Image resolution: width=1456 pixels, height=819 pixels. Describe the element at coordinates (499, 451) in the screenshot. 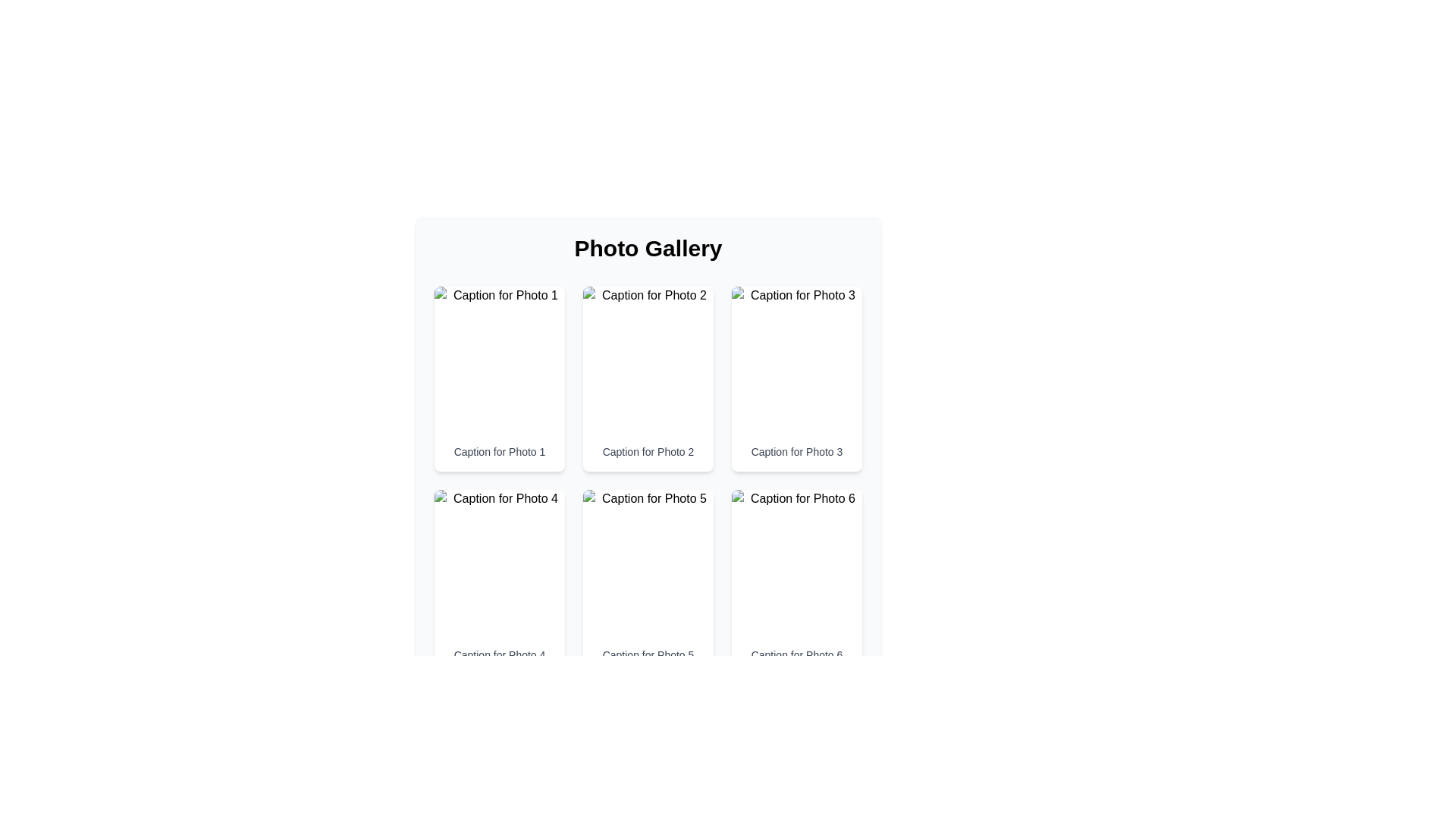

I see `text label that provides a description for the photo located above it in the first row of the grid` at that location.